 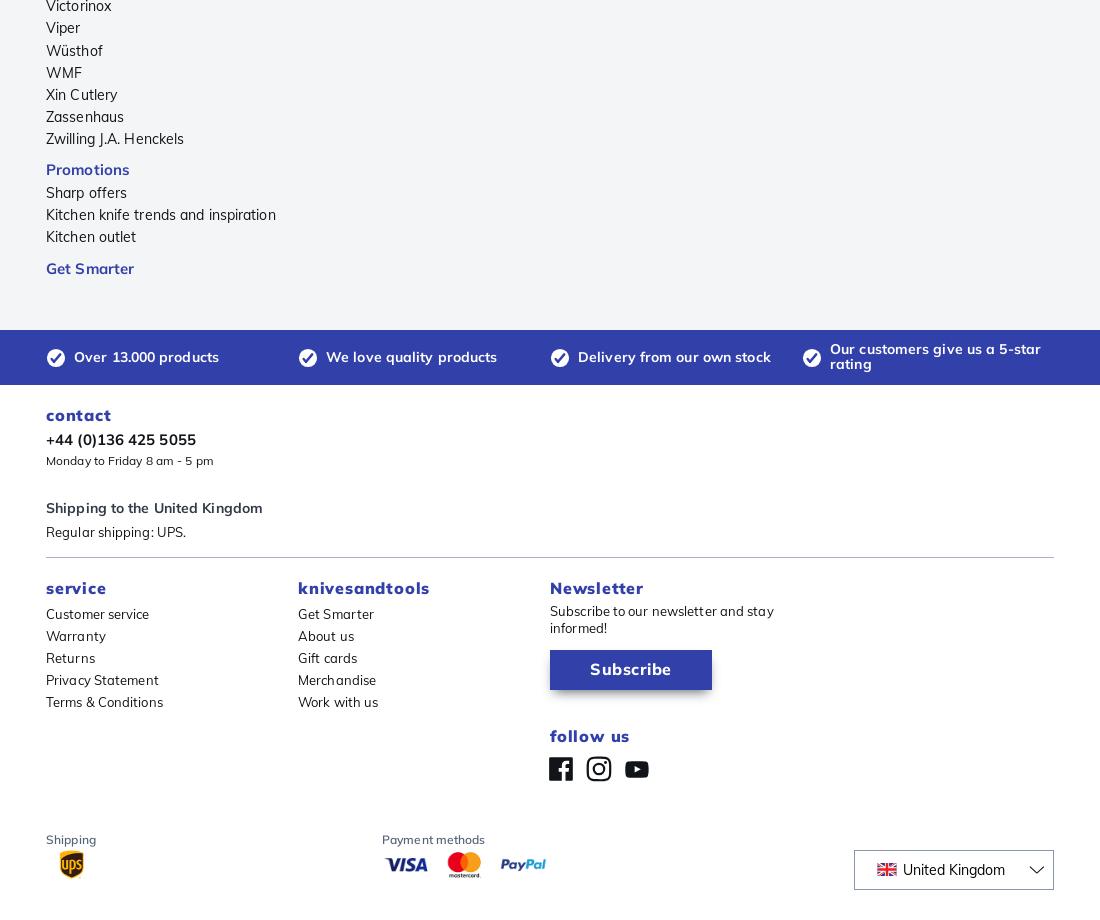 I want to click on 'Monday to Friday 8 am - 5 pm', so click(x=44, y=460).